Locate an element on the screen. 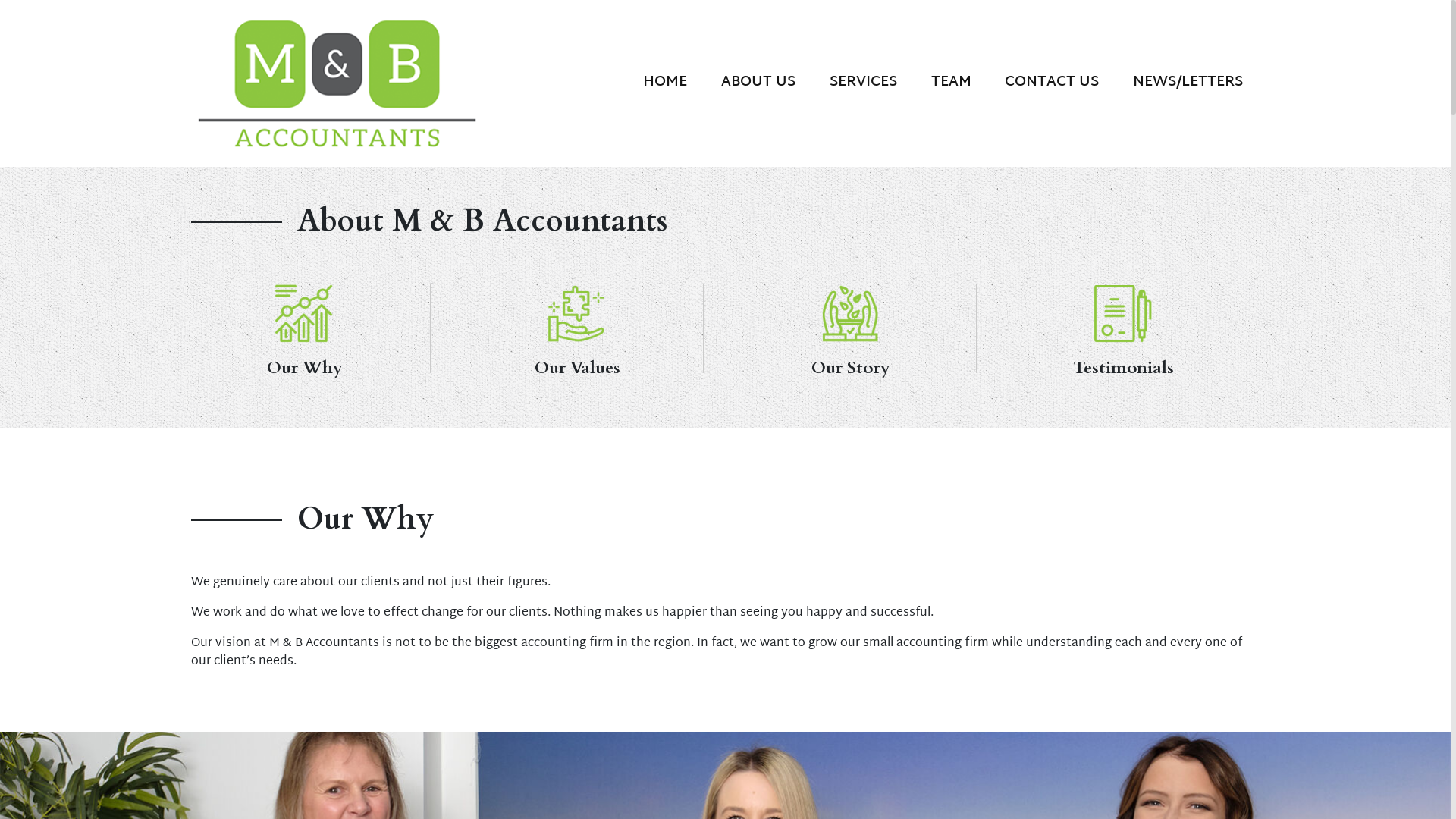  'TEAM' is located at coordinates (949, 81).